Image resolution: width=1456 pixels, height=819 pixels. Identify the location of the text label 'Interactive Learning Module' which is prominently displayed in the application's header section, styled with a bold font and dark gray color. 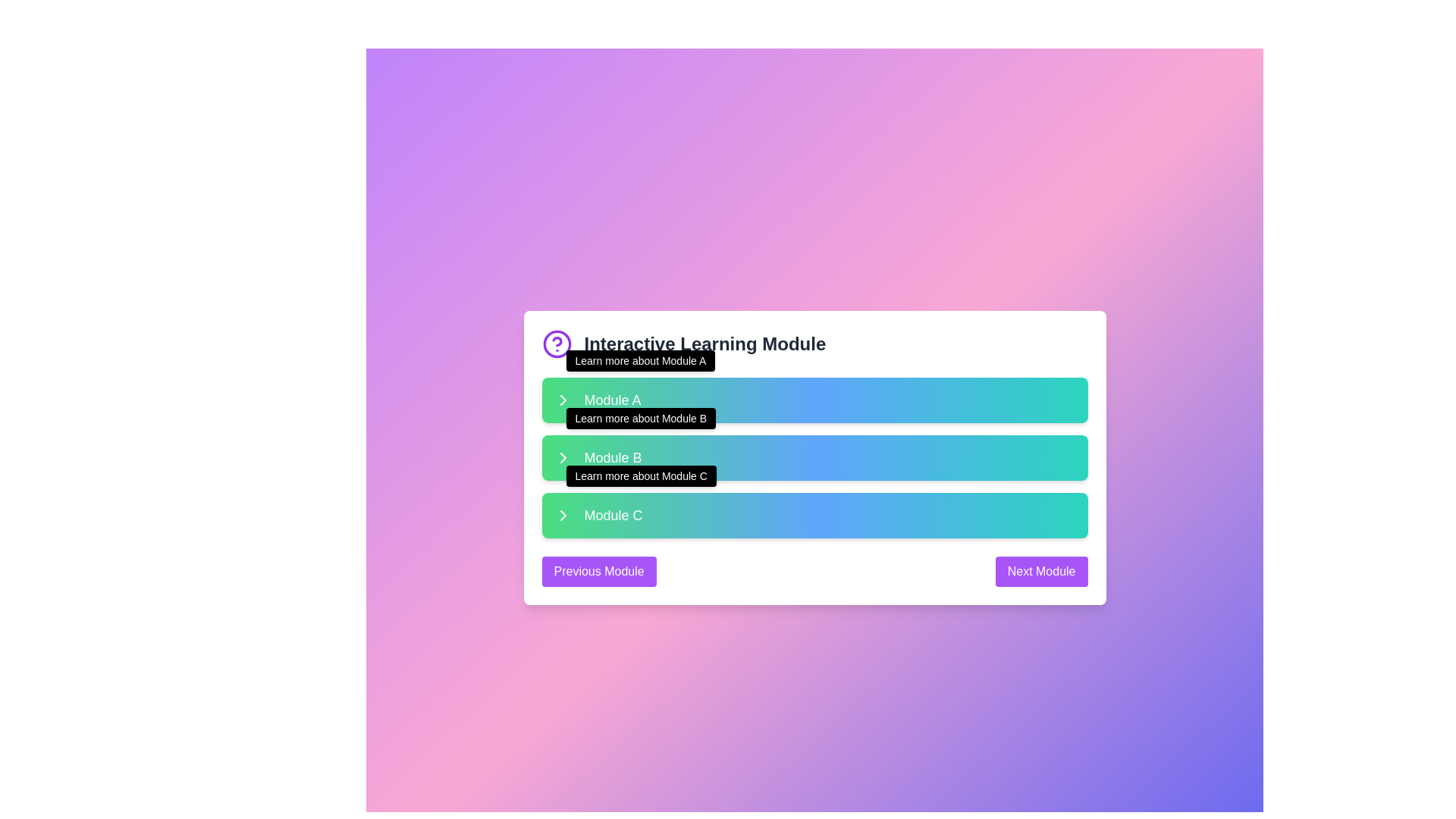
(704, 344).